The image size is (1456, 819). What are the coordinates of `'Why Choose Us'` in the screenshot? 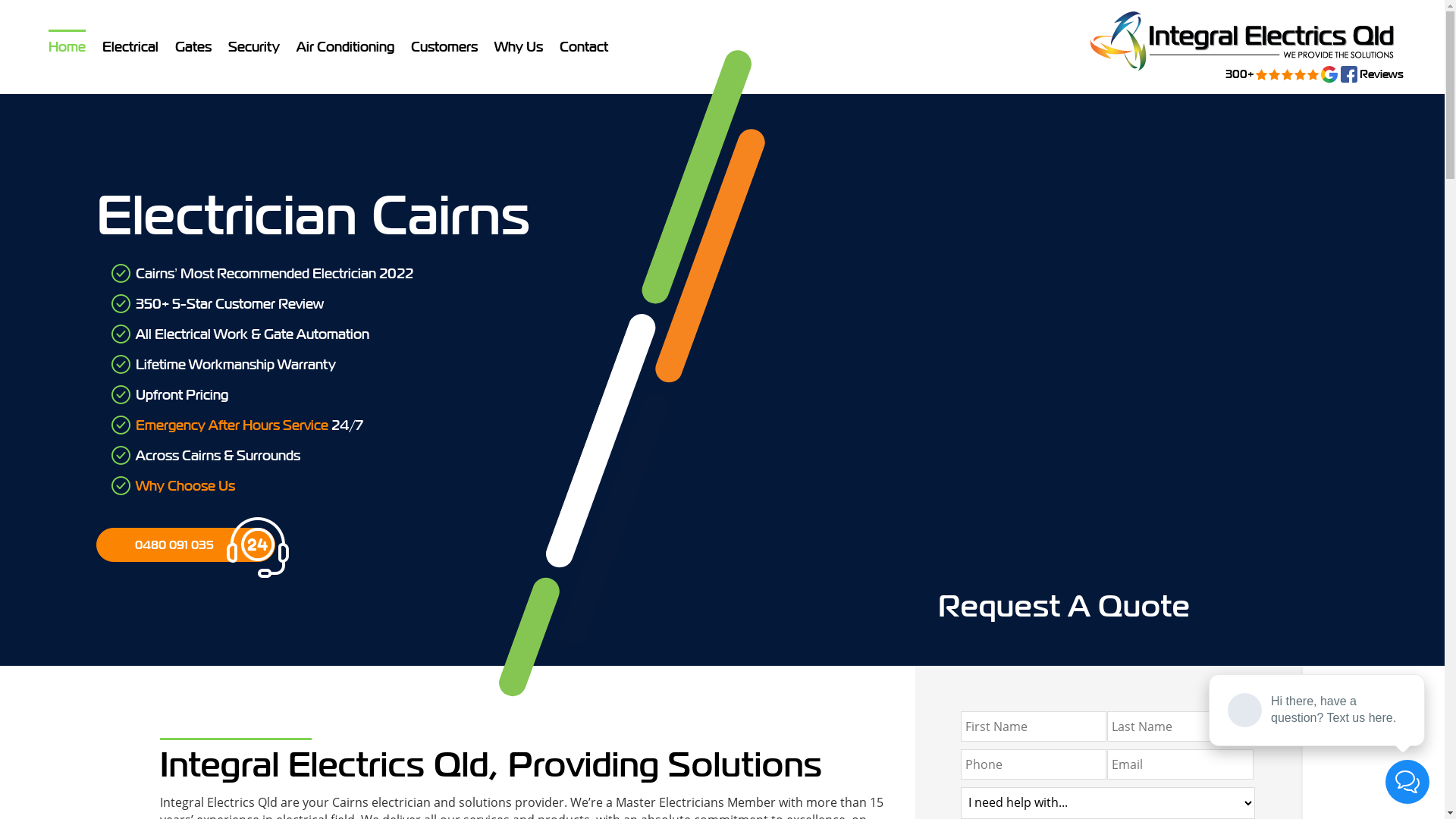 It's located at (184, 485).